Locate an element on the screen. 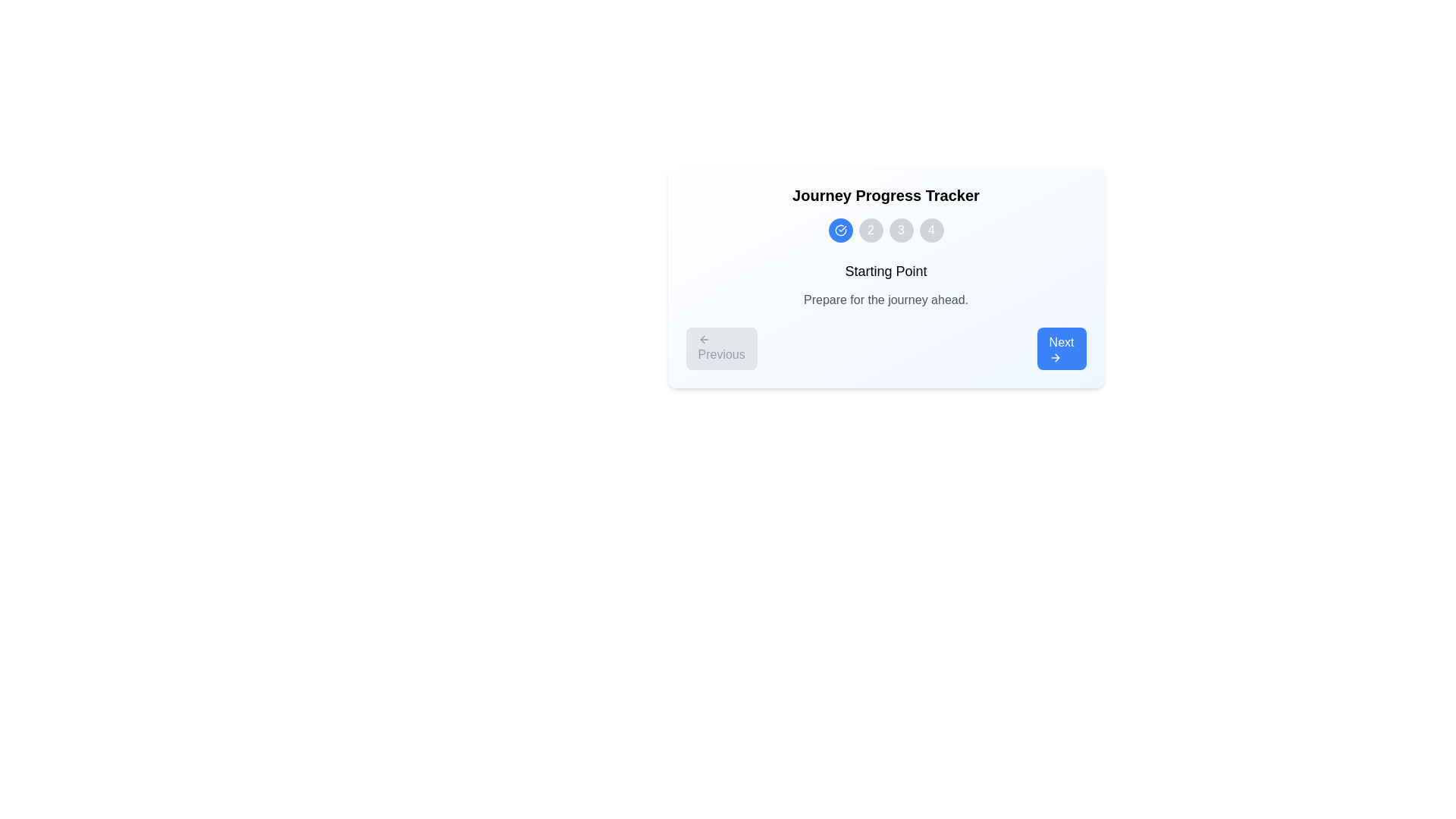 The height and width of the screenshot is (819, 1456). the 'Next' button which contains the right-pointing arrow icon located at the bottom-right corner of the card interface is located at coordinates (1054, 357).